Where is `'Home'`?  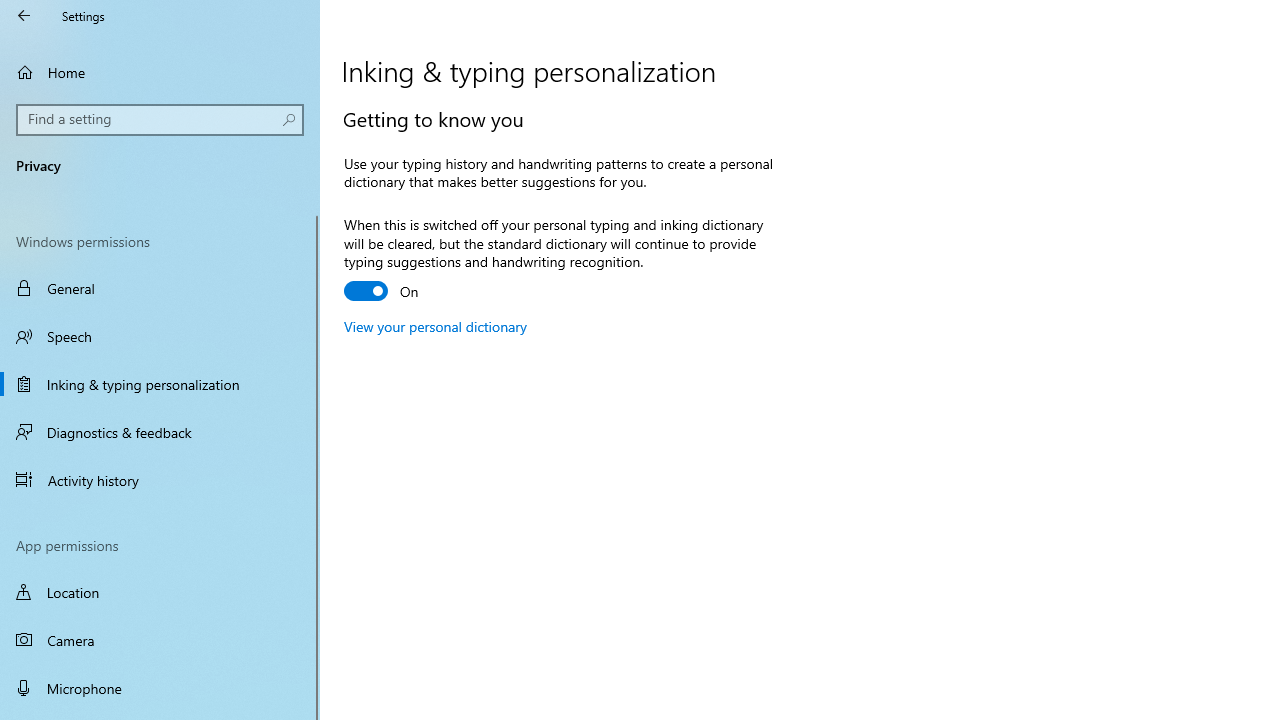
'Home' is located at coordinates (160, 71).